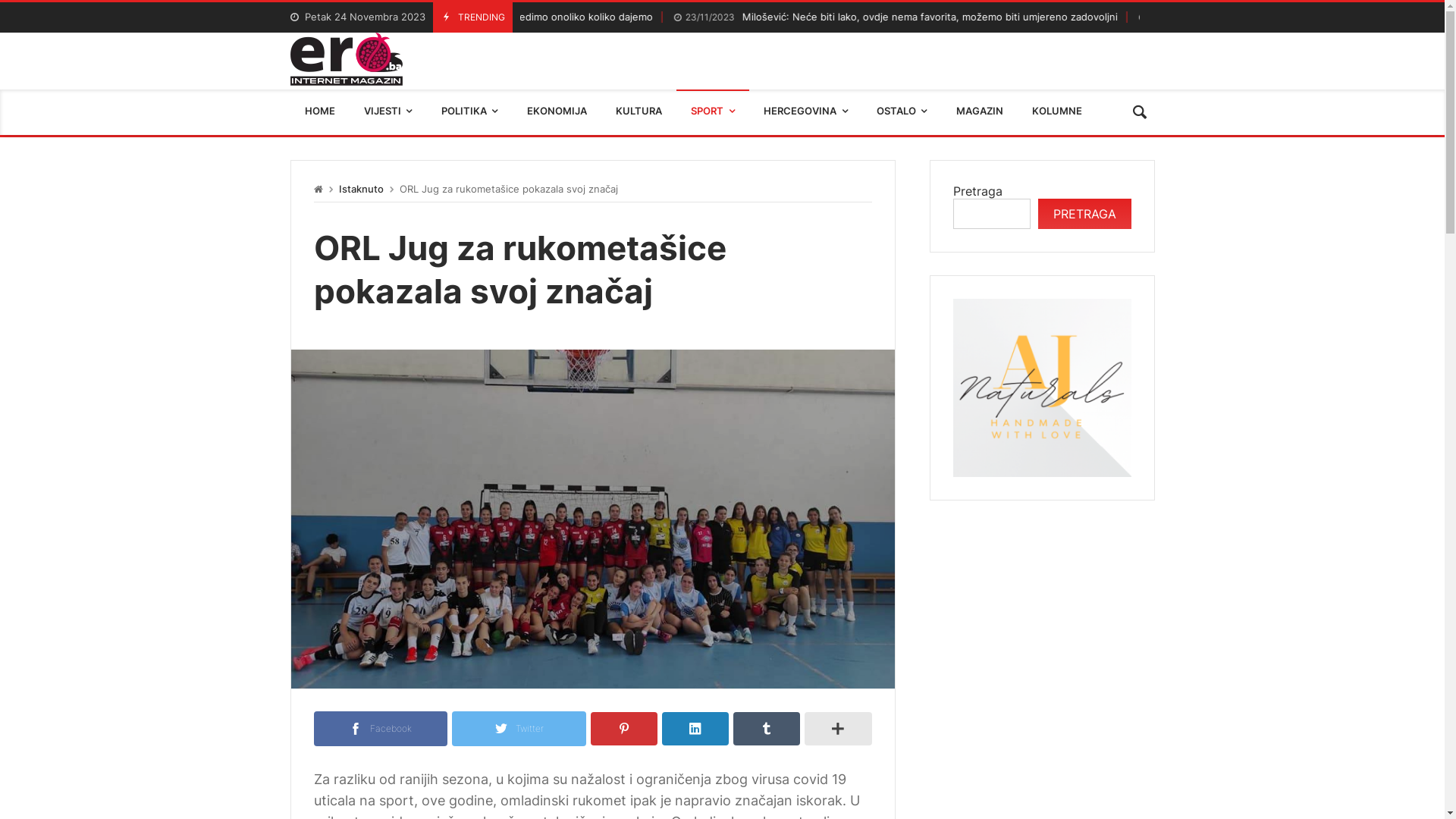 The width and height of the screenshot is (1456, 819). I want to click on 'Facebook', so click(381, 727).